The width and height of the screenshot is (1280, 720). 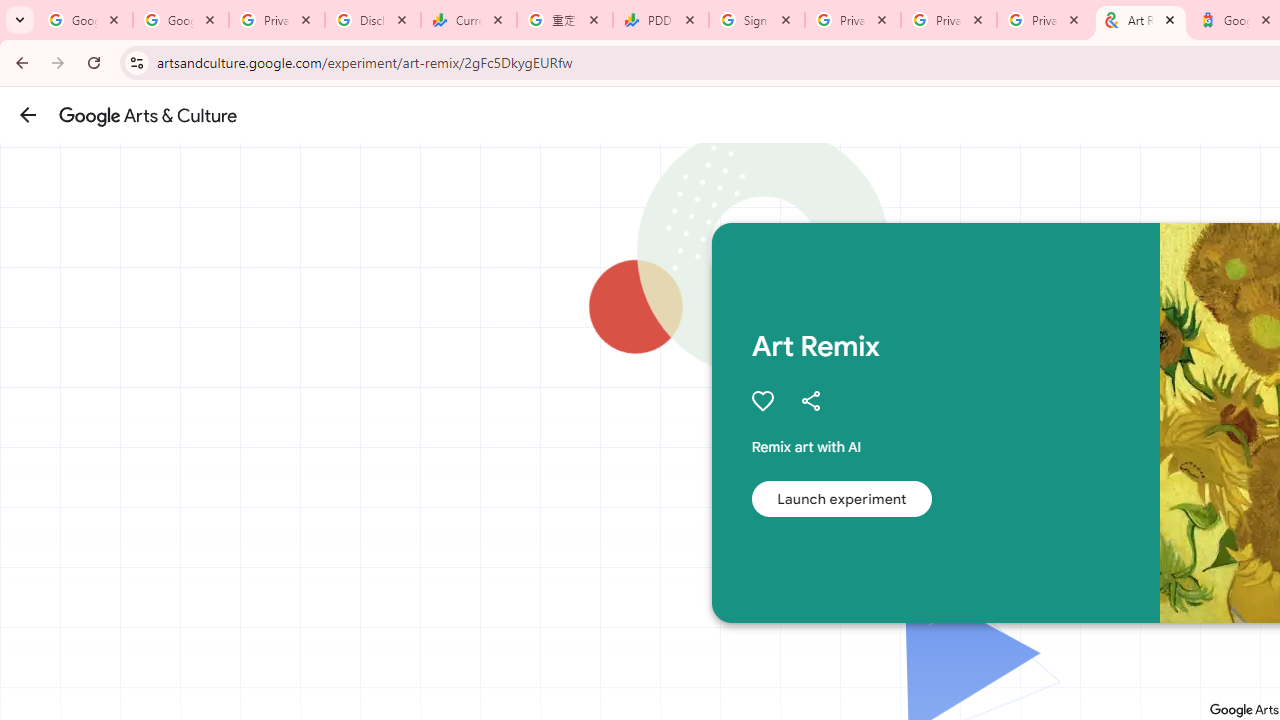 What do you see at coordinates (84, 20) in the screenshot?
I see `'Google Workspace Admin Community'` at bounding box center [84, 20].